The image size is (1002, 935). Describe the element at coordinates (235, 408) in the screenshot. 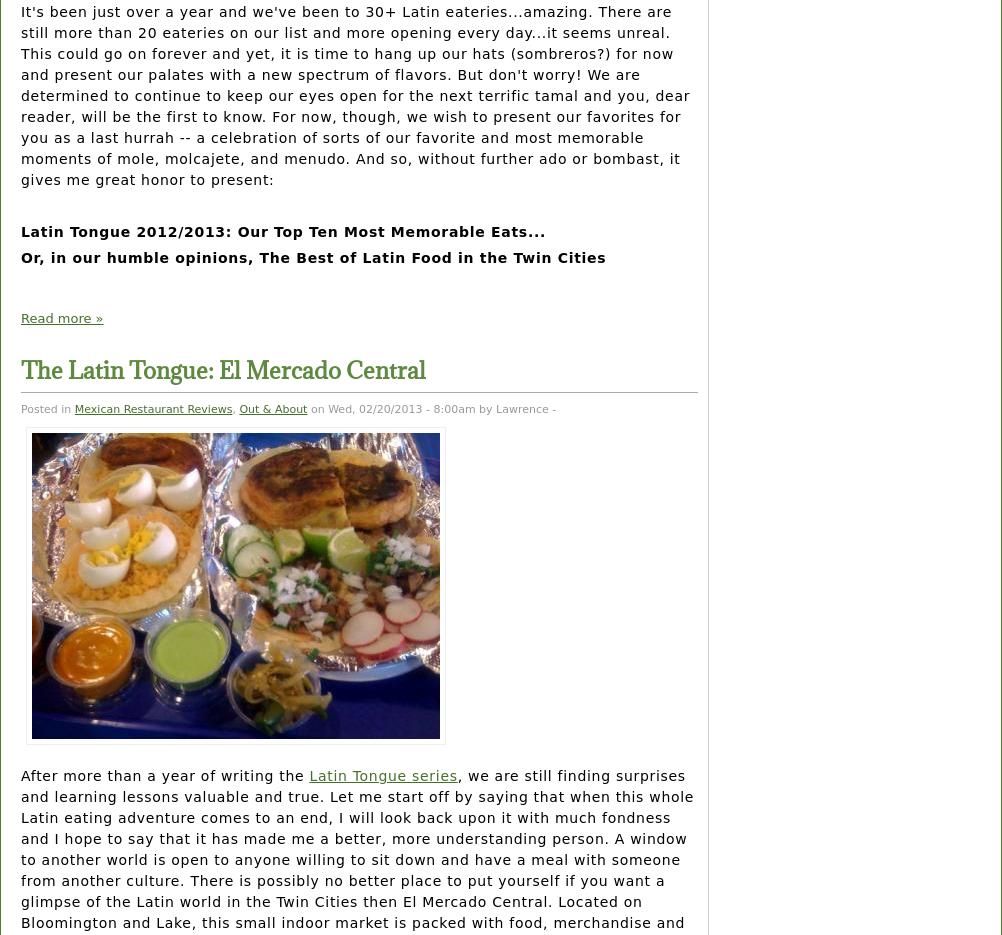

I see `','` at that location.